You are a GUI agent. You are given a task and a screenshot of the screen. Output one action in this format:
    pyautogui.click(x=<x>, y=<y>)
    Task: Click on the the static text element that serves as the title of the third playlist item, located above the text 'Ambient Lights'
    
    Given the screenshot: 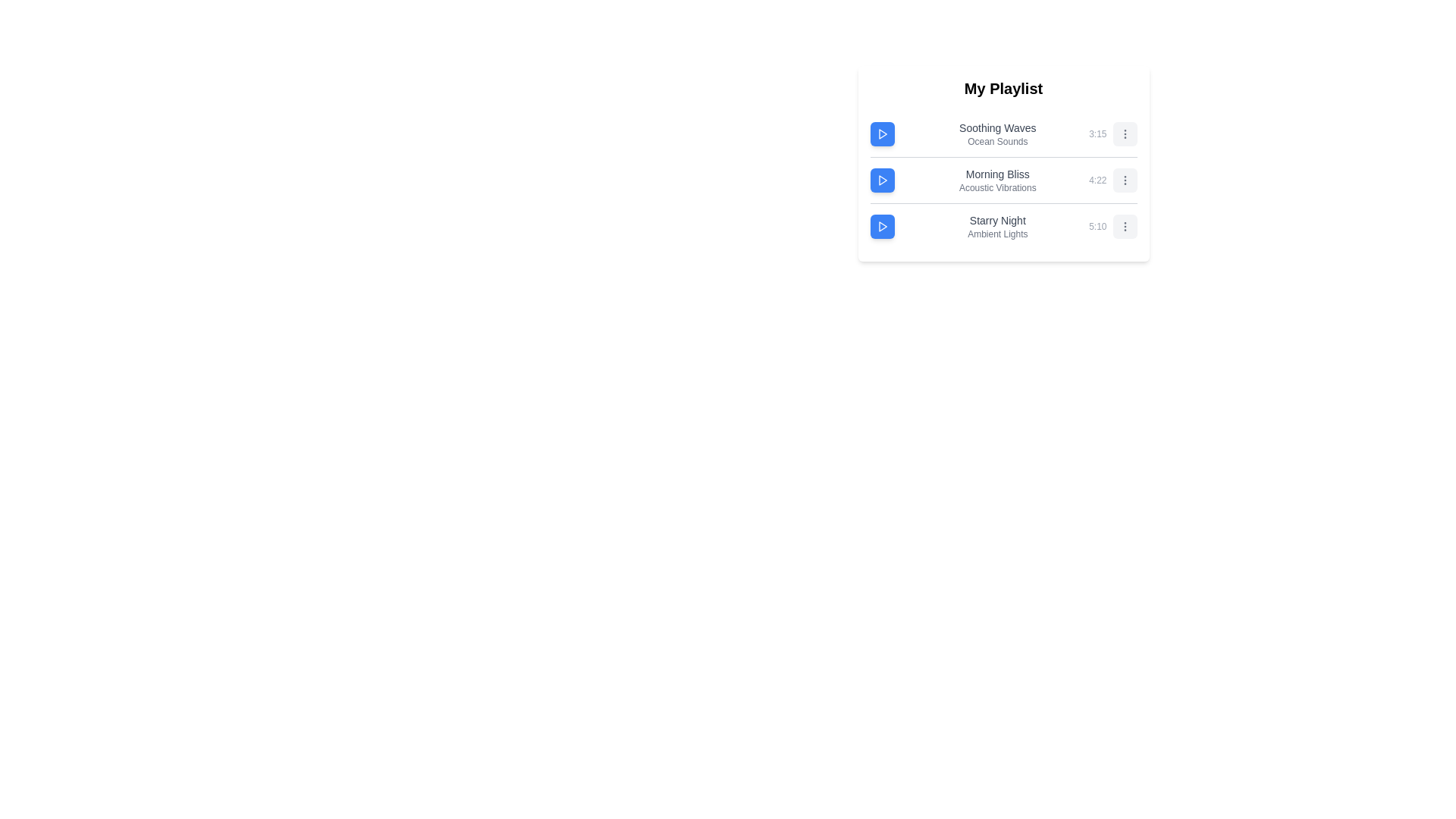 What is the action you would take?
    pyautogui.click(x=997, y=220)
    